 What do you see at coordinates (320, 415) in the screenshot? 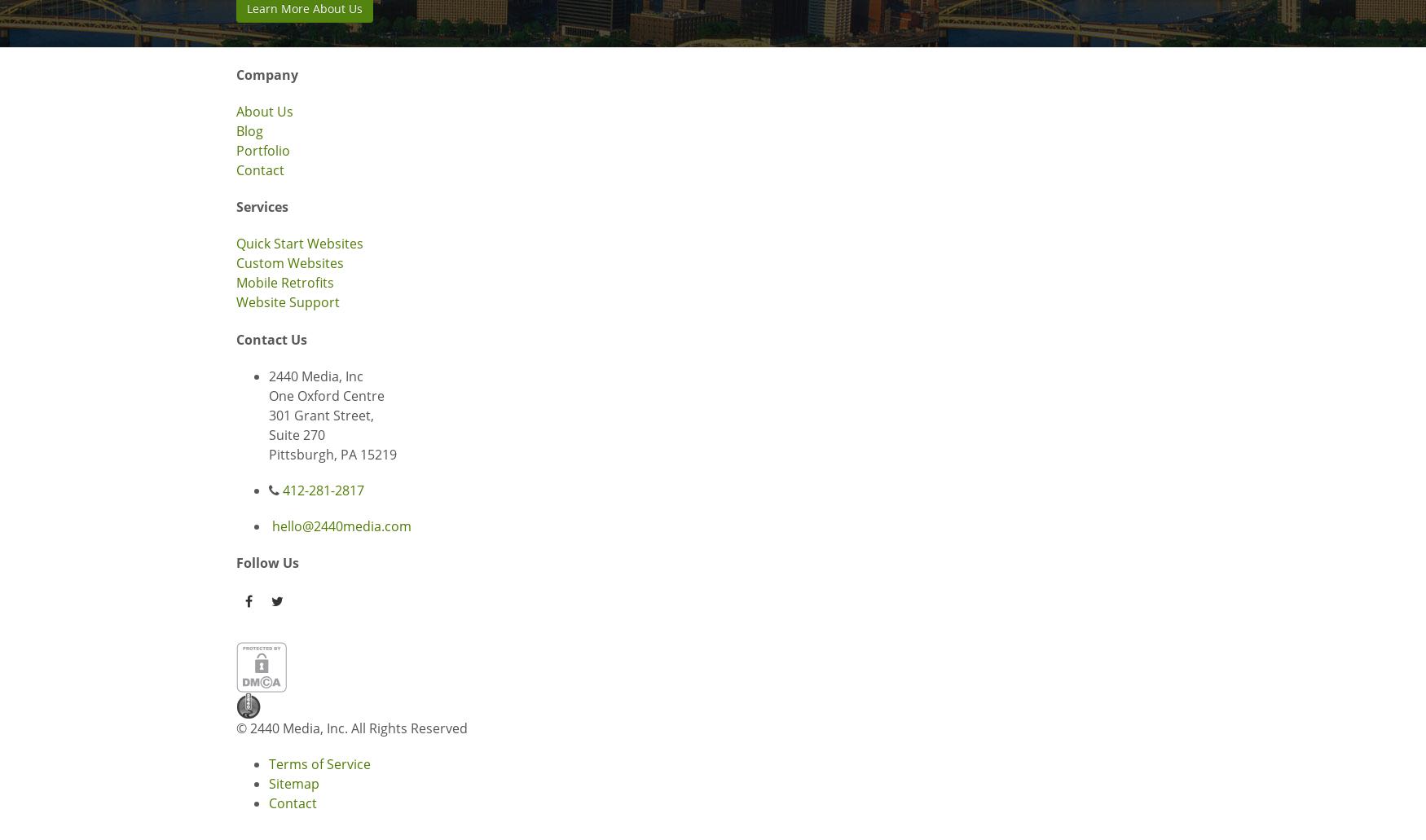
I see `'301 Grant Street,'` at bounding box center [320, 415].